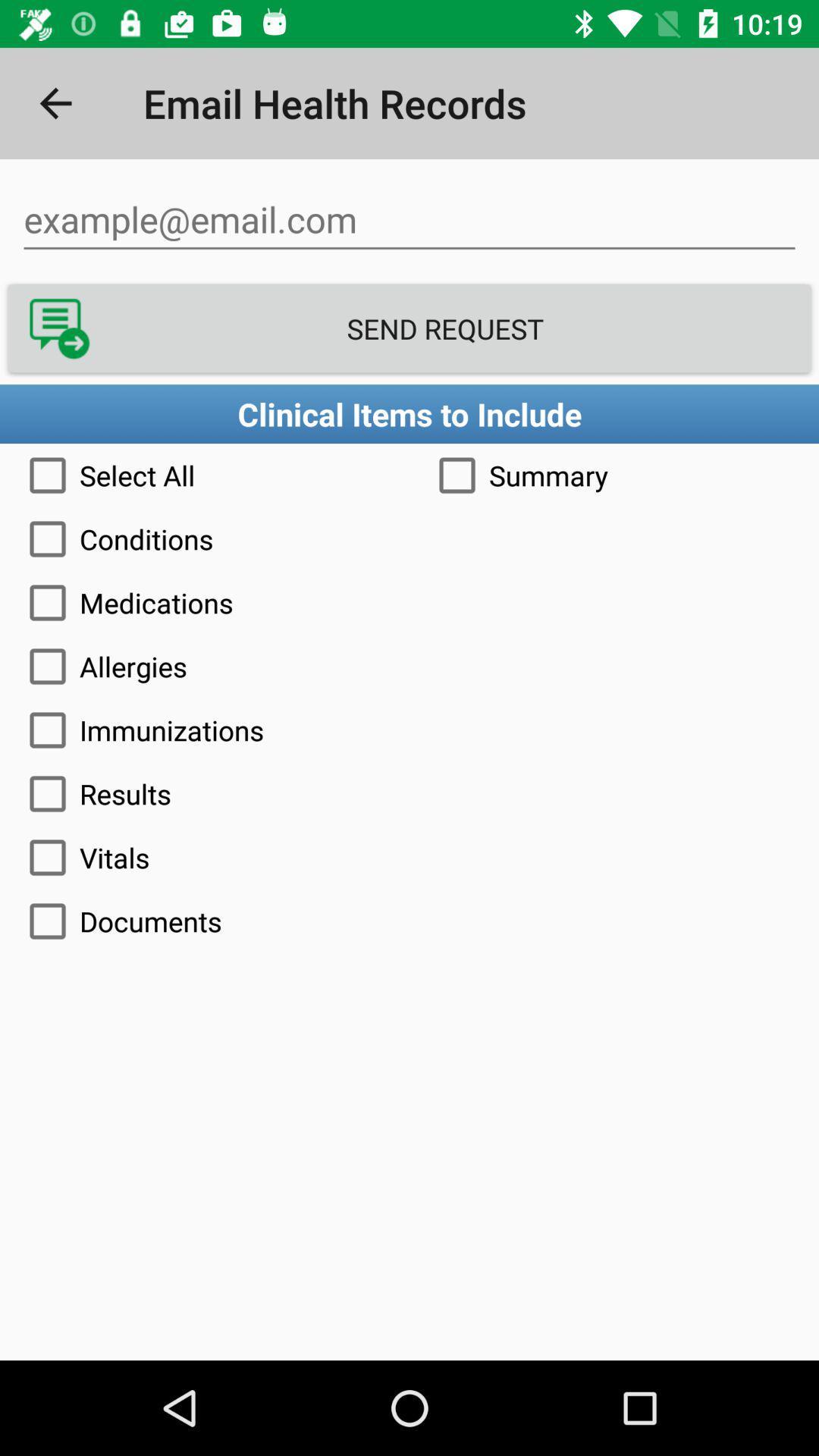  Describe the element at coordinates (409, 538) in the screenshot. I see `the conditions icon` at that location.